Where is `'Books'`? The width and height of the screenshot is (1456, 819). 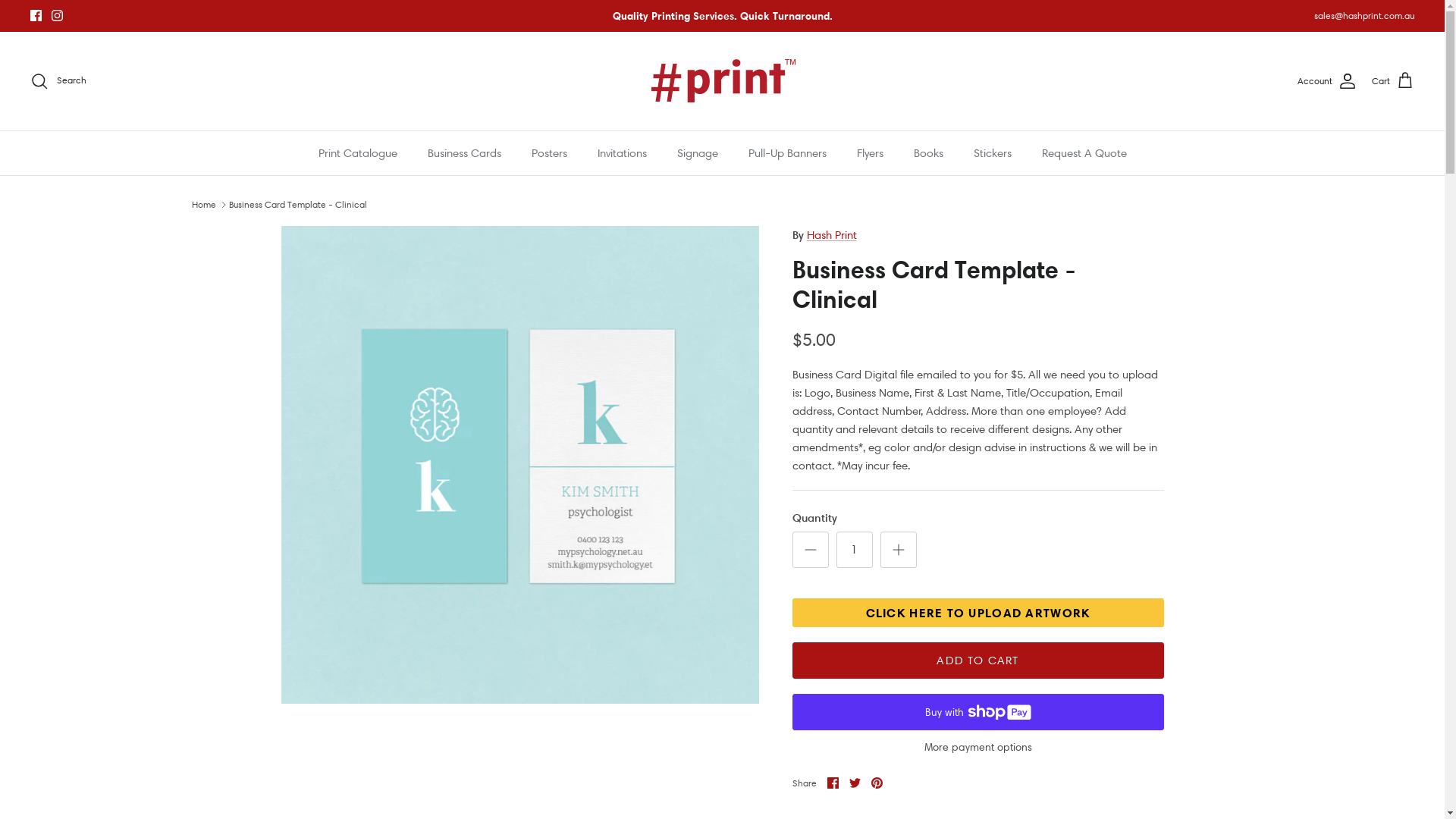 'Books' is located at coordinates (899, 153).